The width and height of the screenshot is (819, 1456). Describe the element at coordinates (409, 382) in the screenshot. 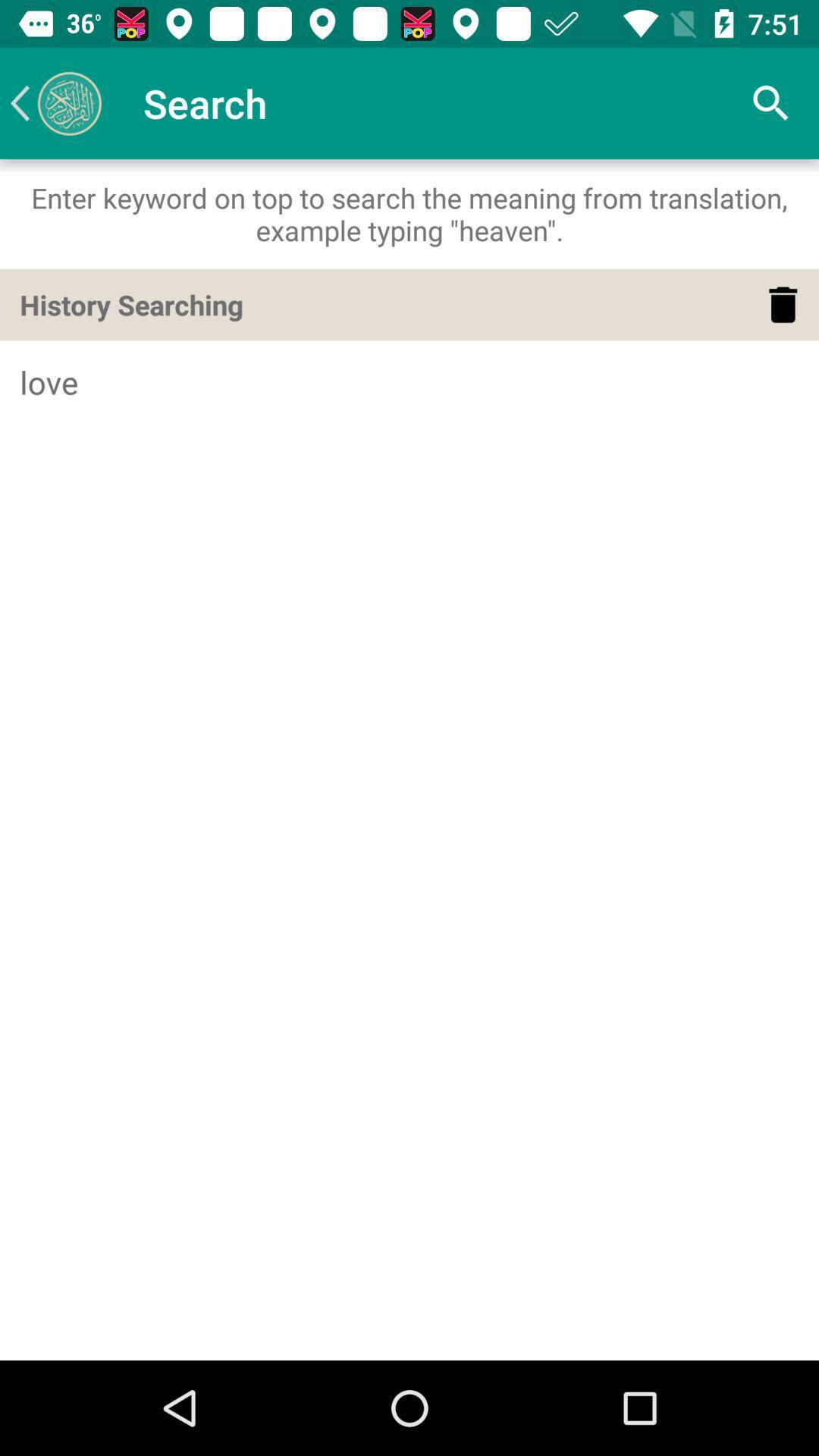

I see `love item` at that location.